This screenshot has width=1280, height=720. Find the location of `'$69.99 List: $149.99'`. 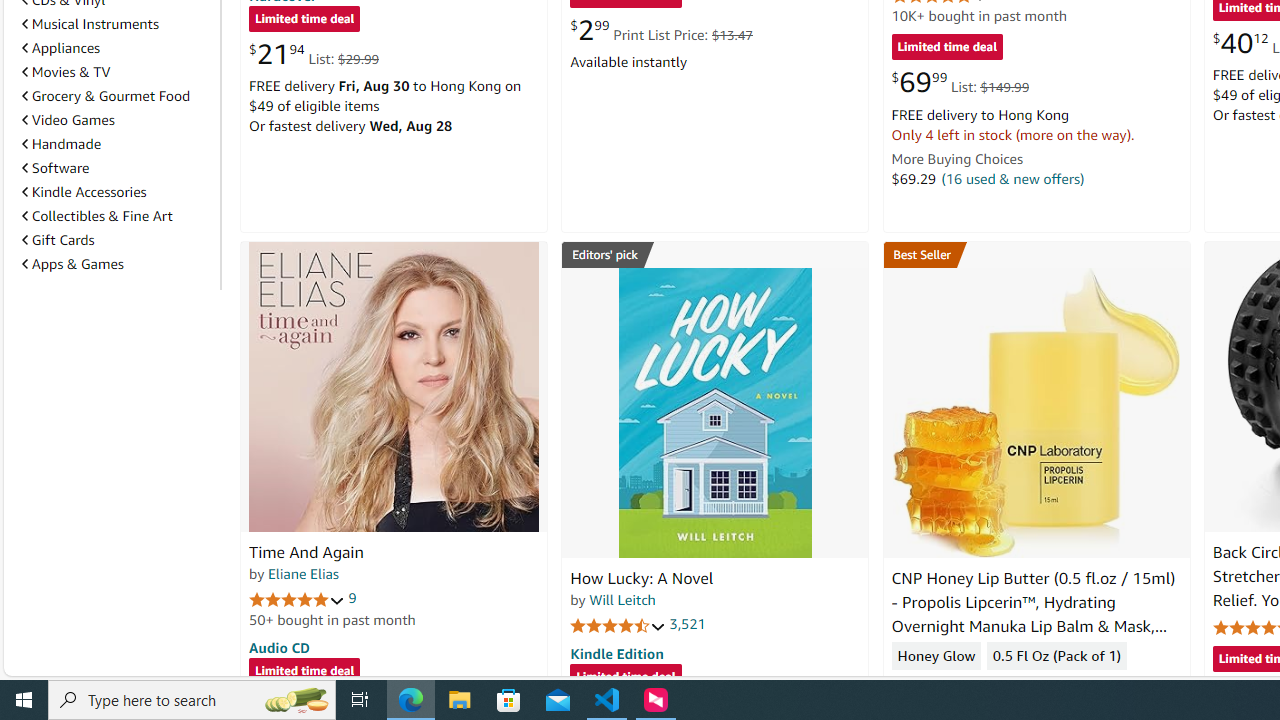

'$69.99 List: $149.99' is located at coordinates (960, 81).